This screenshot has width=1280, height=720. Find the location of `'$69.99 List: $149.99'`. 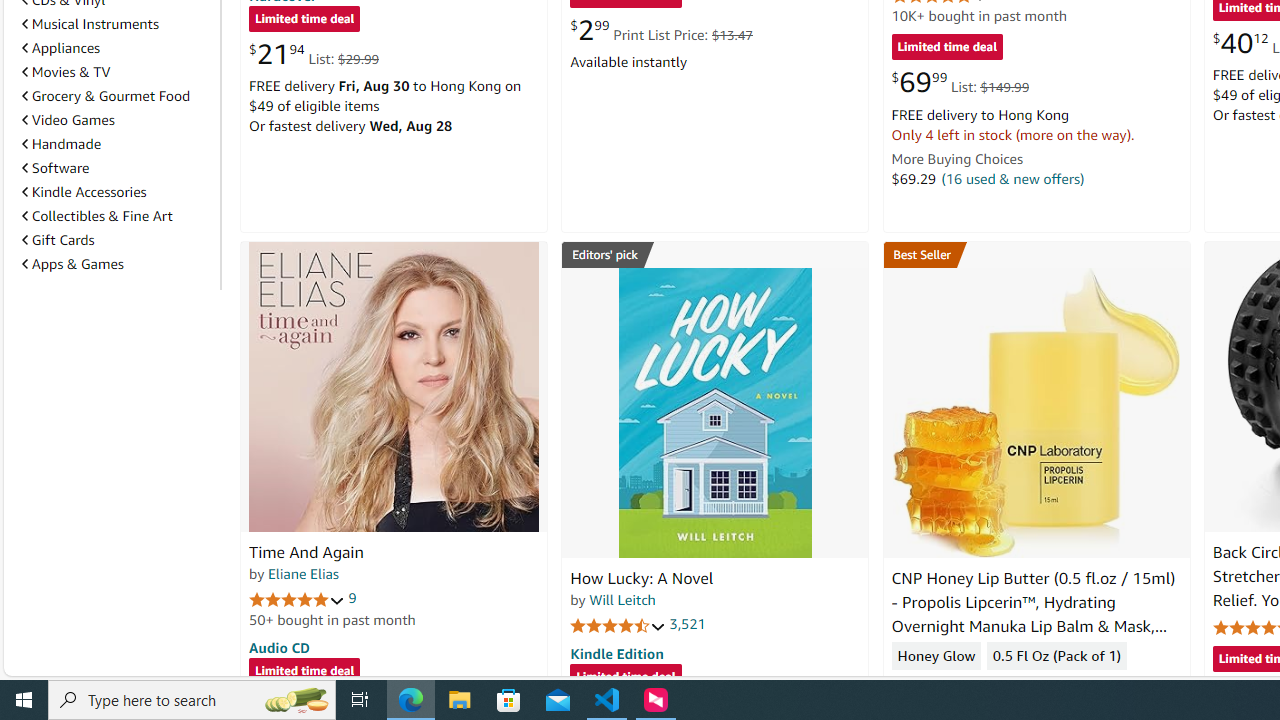

'$69.99 List: $149.99' is located at coordinates (960, 81).